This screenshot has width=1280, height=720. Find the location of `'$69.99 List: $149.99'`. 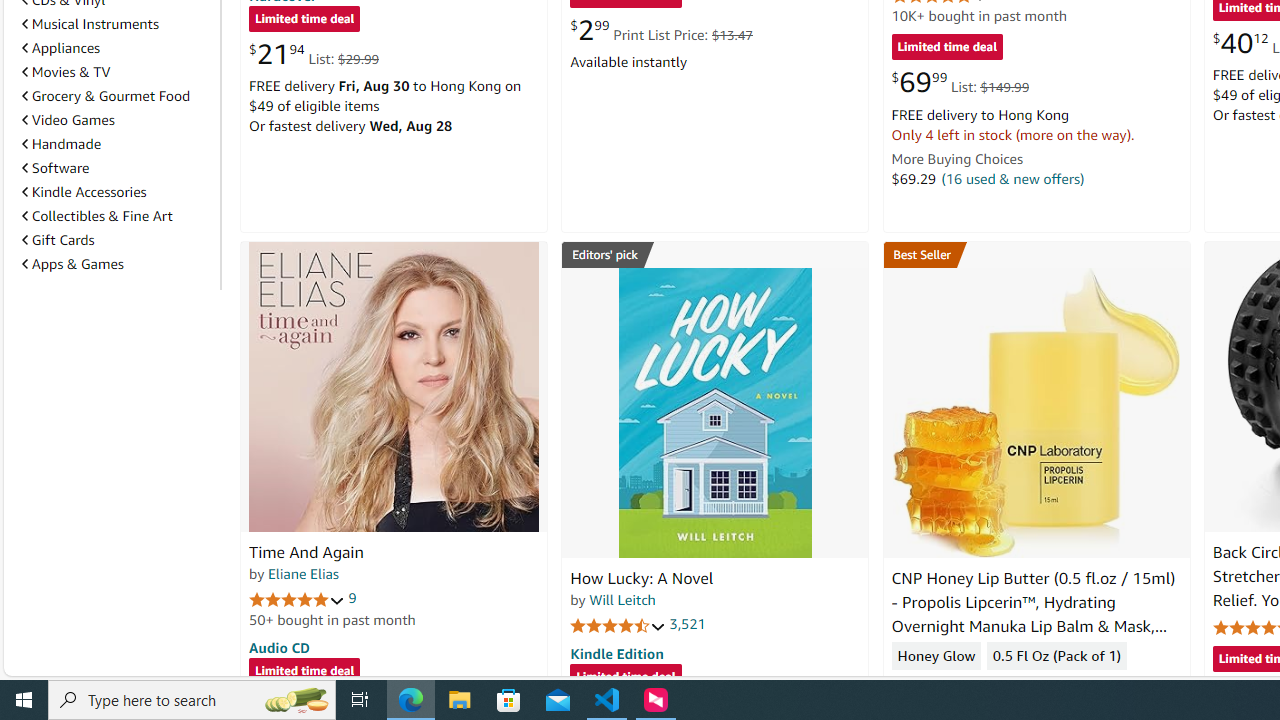

'$69.99 List: $149.99' is located at coordinates (960, 81).